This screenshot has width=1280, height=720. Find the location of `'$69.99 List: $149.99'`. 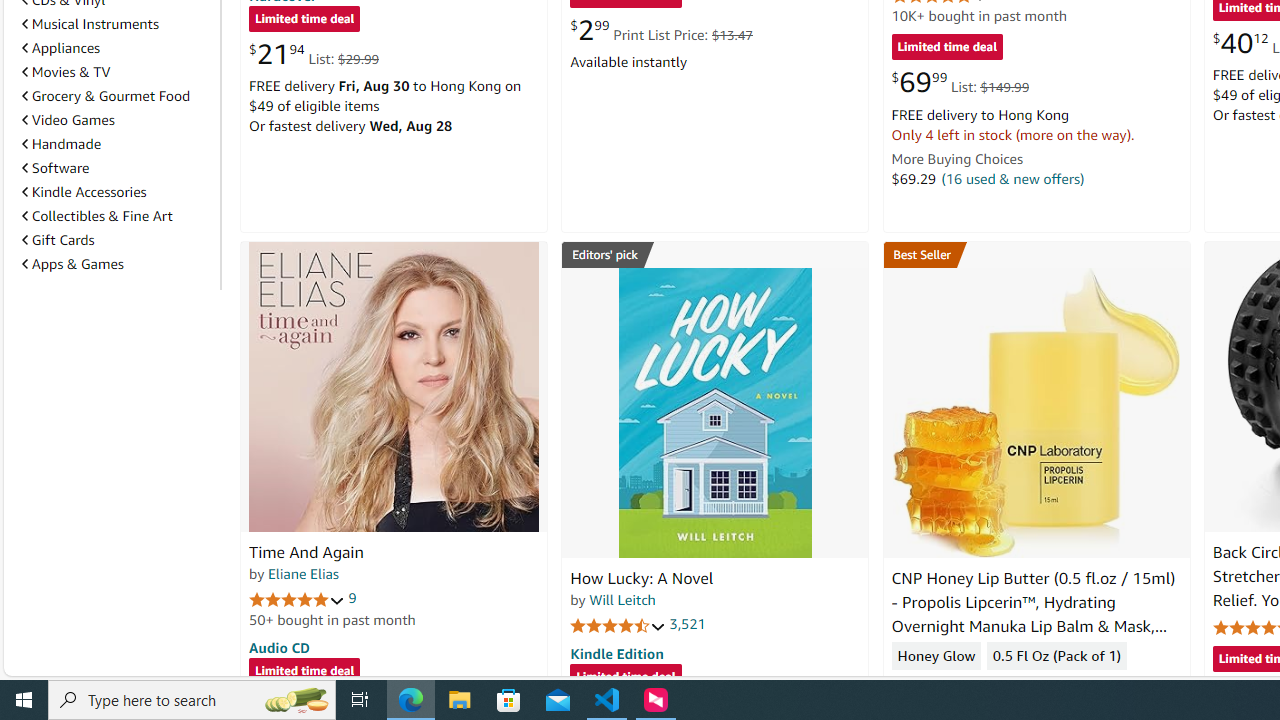

'$69.99 List: $149.99' is located at coordinates (960, 81).